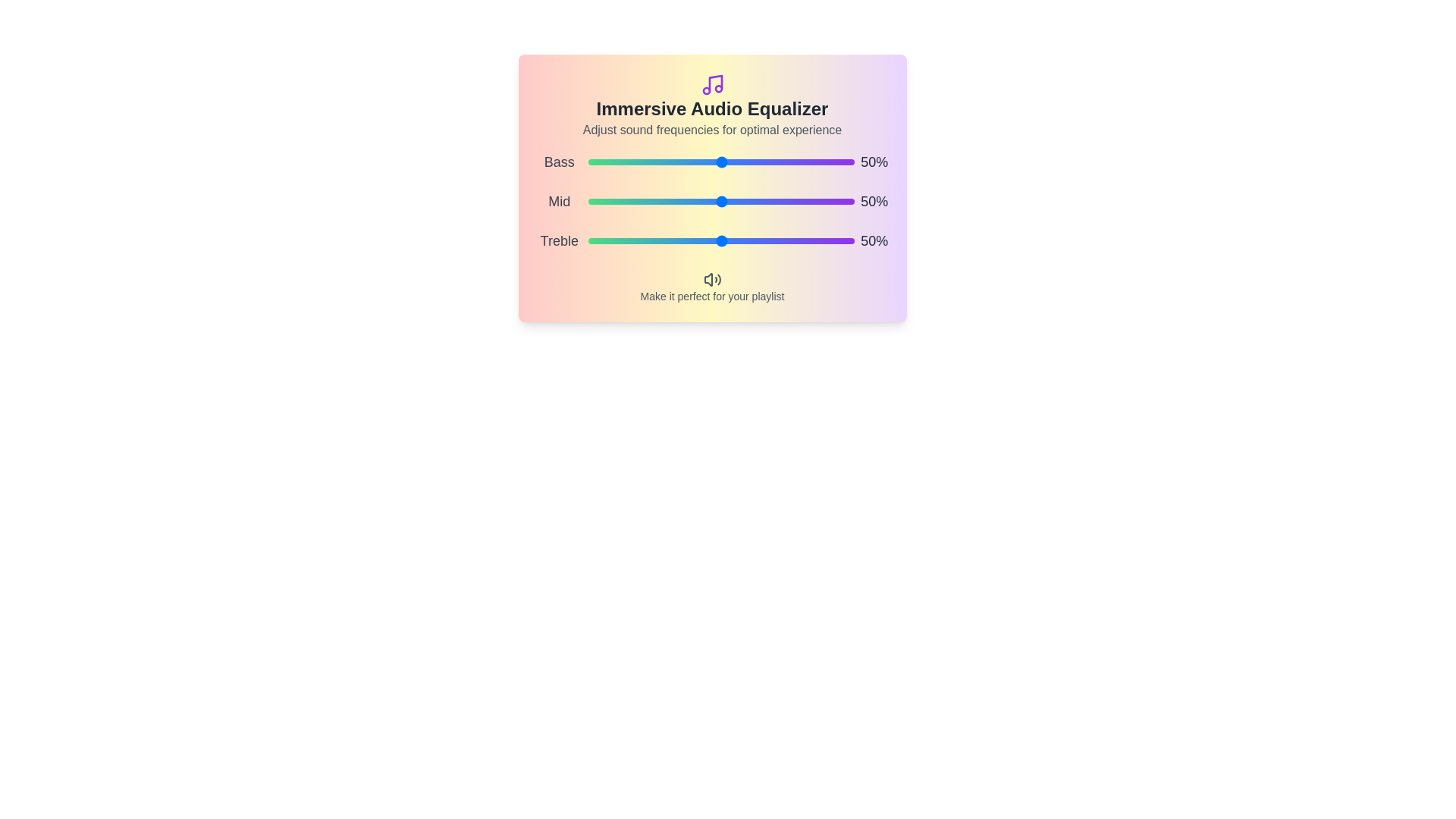 The height and width of the screenshot is (819, 1456). What do you see at coordinates (853, 201) in the screenshot?
I see `the 1 slider to 99%` at bounding box center [853, 201].